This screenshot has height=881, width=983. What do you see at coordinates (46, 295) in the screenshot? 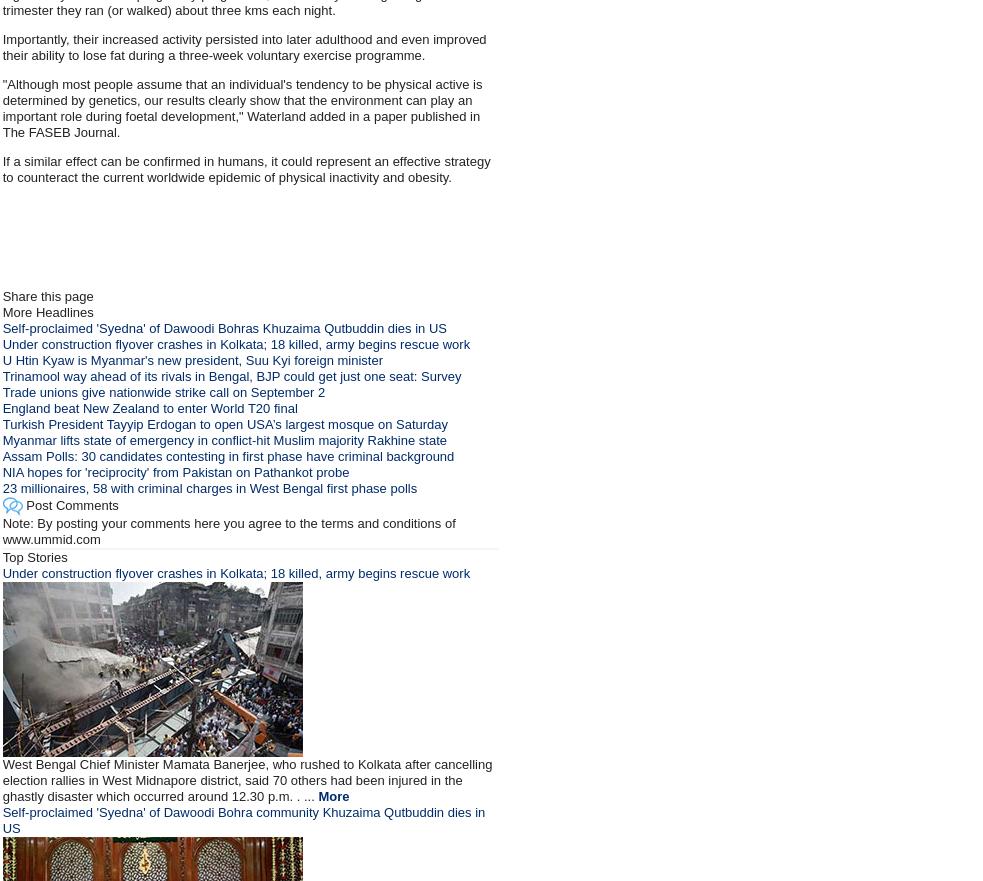
I see `'Share this page'` at bounding box center [46, 295].